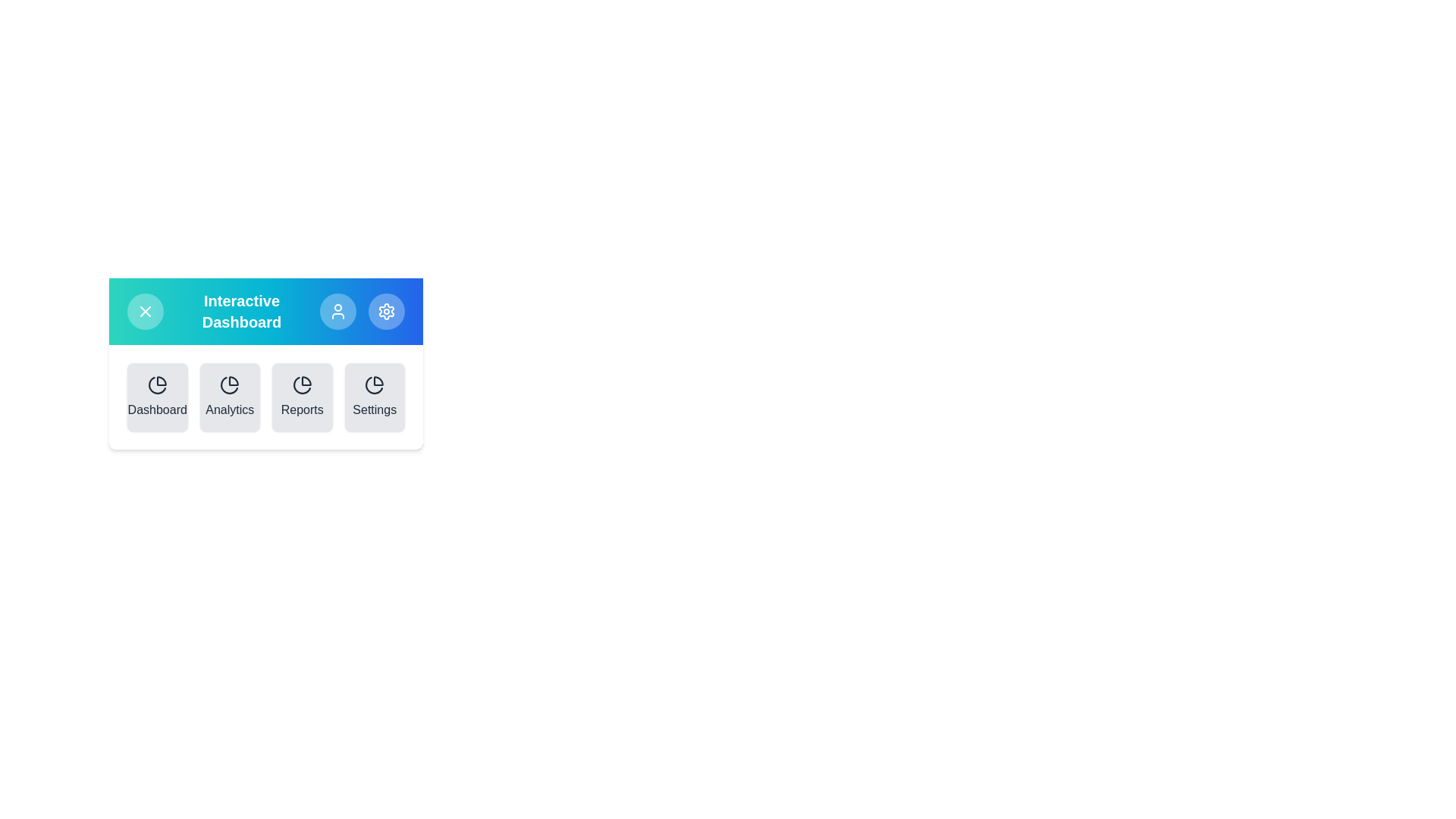 Image resolution: width=1456 pixels, height=819 pixels. What do you see at coordinates (337, 311) in the screenshot?
I see `the User icon button to access user-related actions` at bounding box center [337, 311].